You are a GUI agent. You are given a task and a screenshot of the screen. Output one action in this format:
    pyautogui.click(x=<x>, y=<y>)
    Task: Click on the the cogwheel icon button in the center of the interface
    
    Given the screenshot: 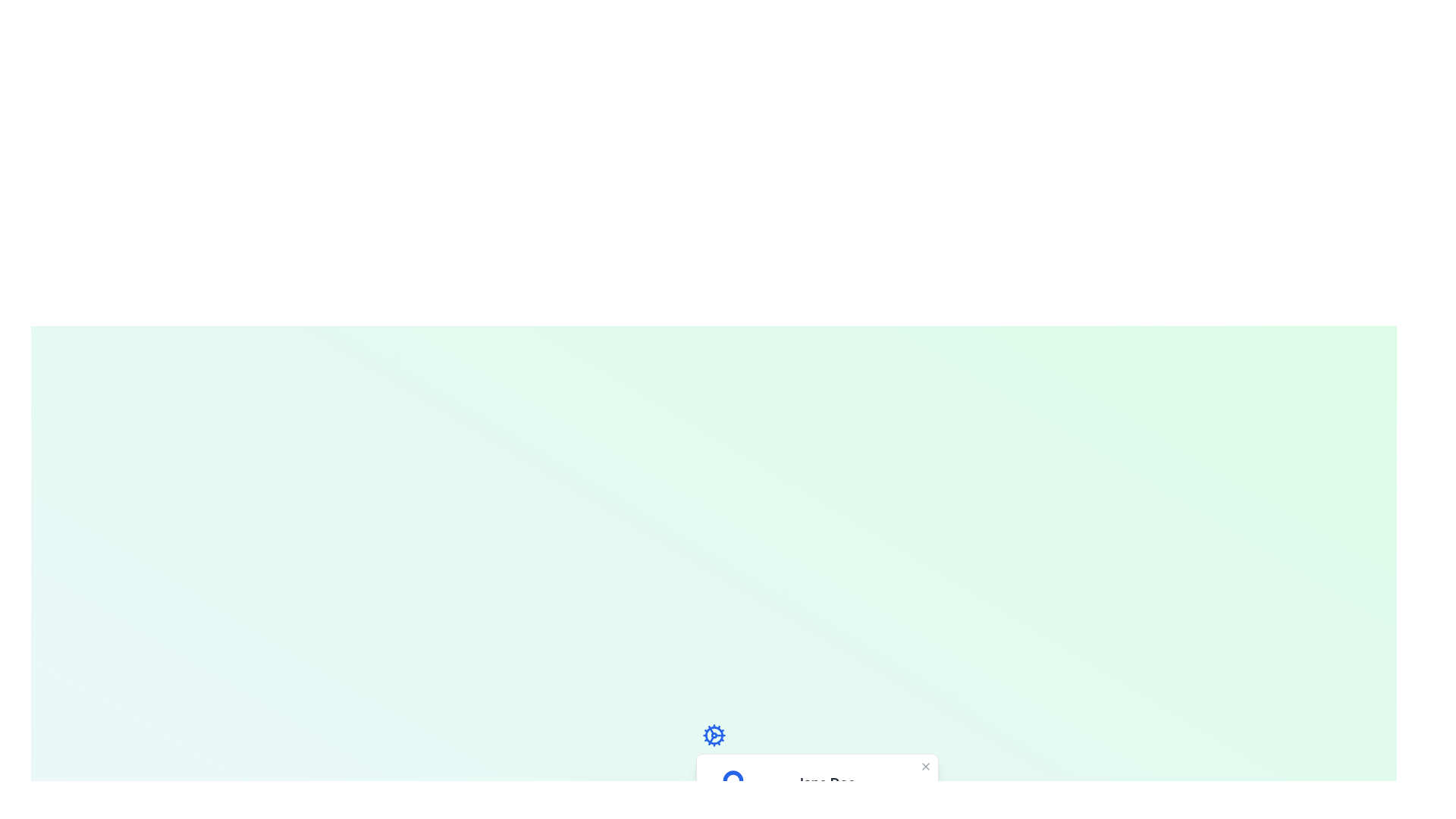 What is the action you would take?
    pyautogui.click(x=713, y=734)
    